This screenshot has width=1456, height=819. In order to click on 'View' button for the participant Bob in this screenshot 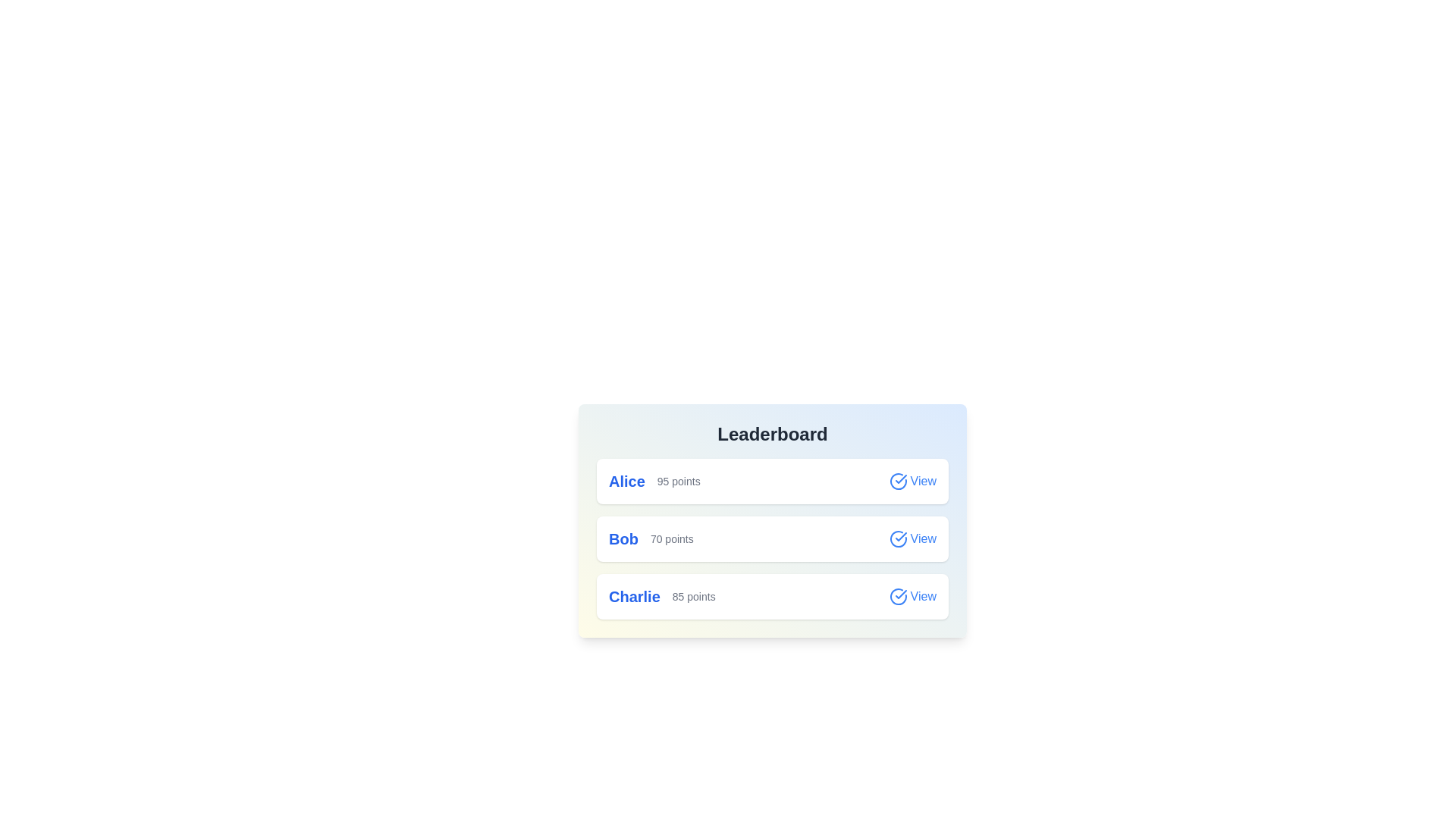, I will do `click(912, 538)`.